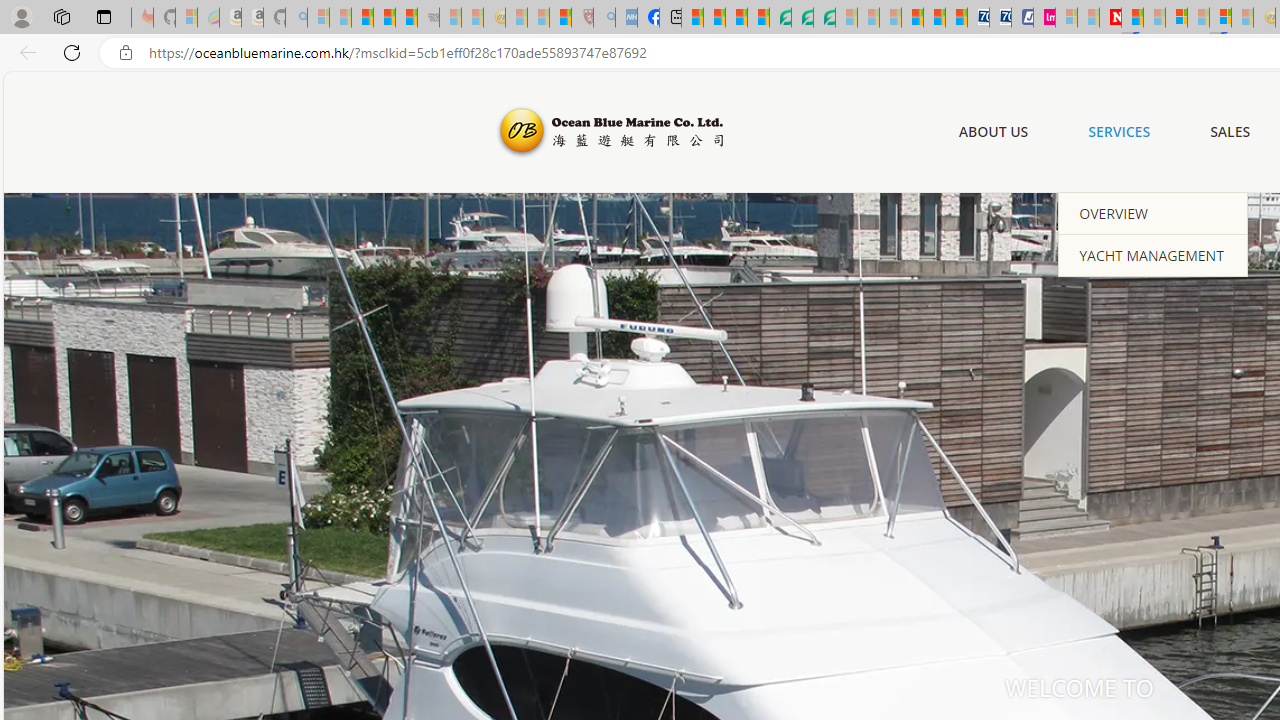 The image size is (1280, 720). Describe the element at coordinates (405, 17) in the screenshot. I see `'New Report Confirms 2023 Was Record Hot | Watch'` at that location.